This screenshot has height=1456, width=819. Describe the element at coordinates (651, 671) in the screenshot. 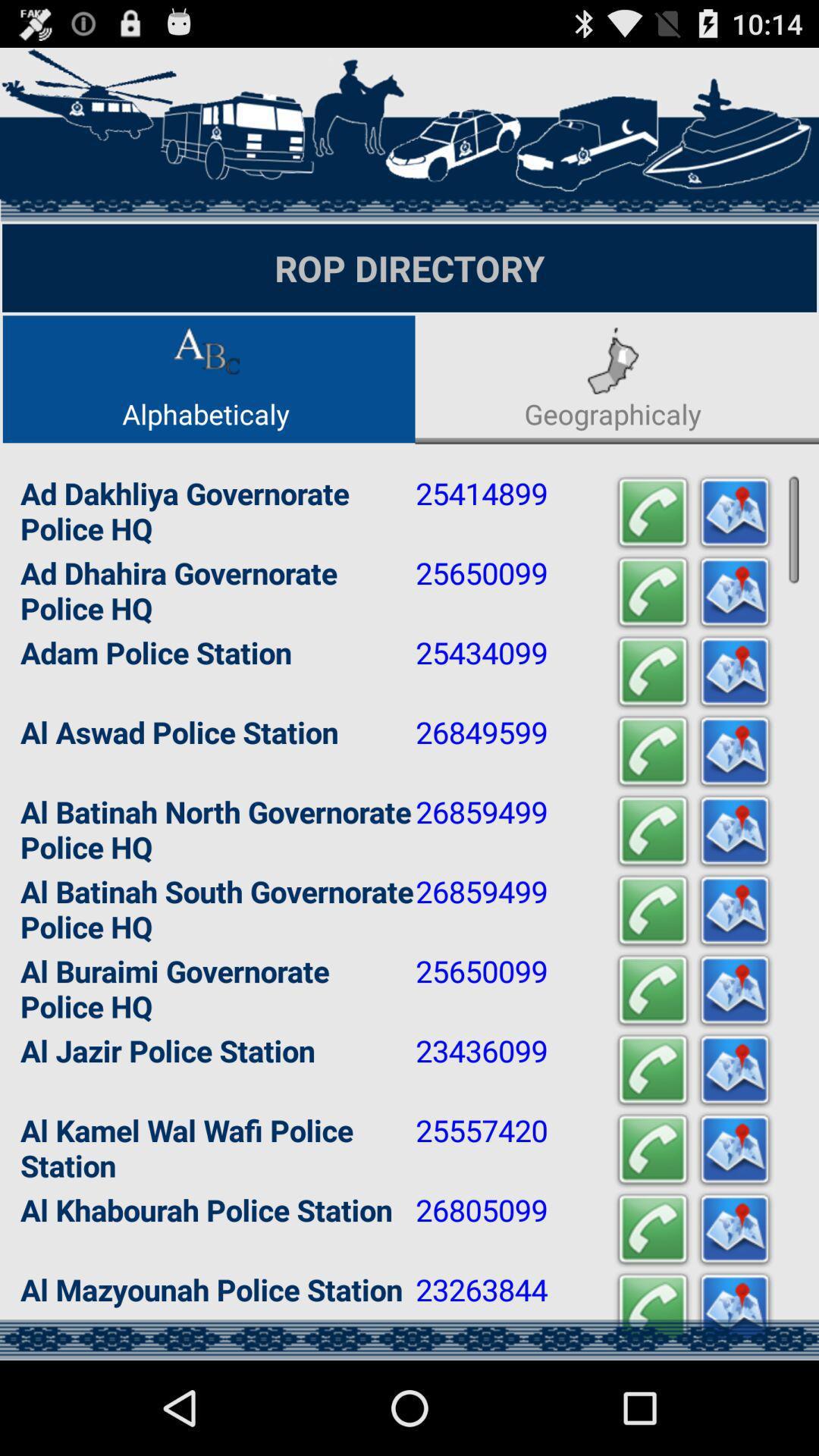

I see `blinking call button` at that location.